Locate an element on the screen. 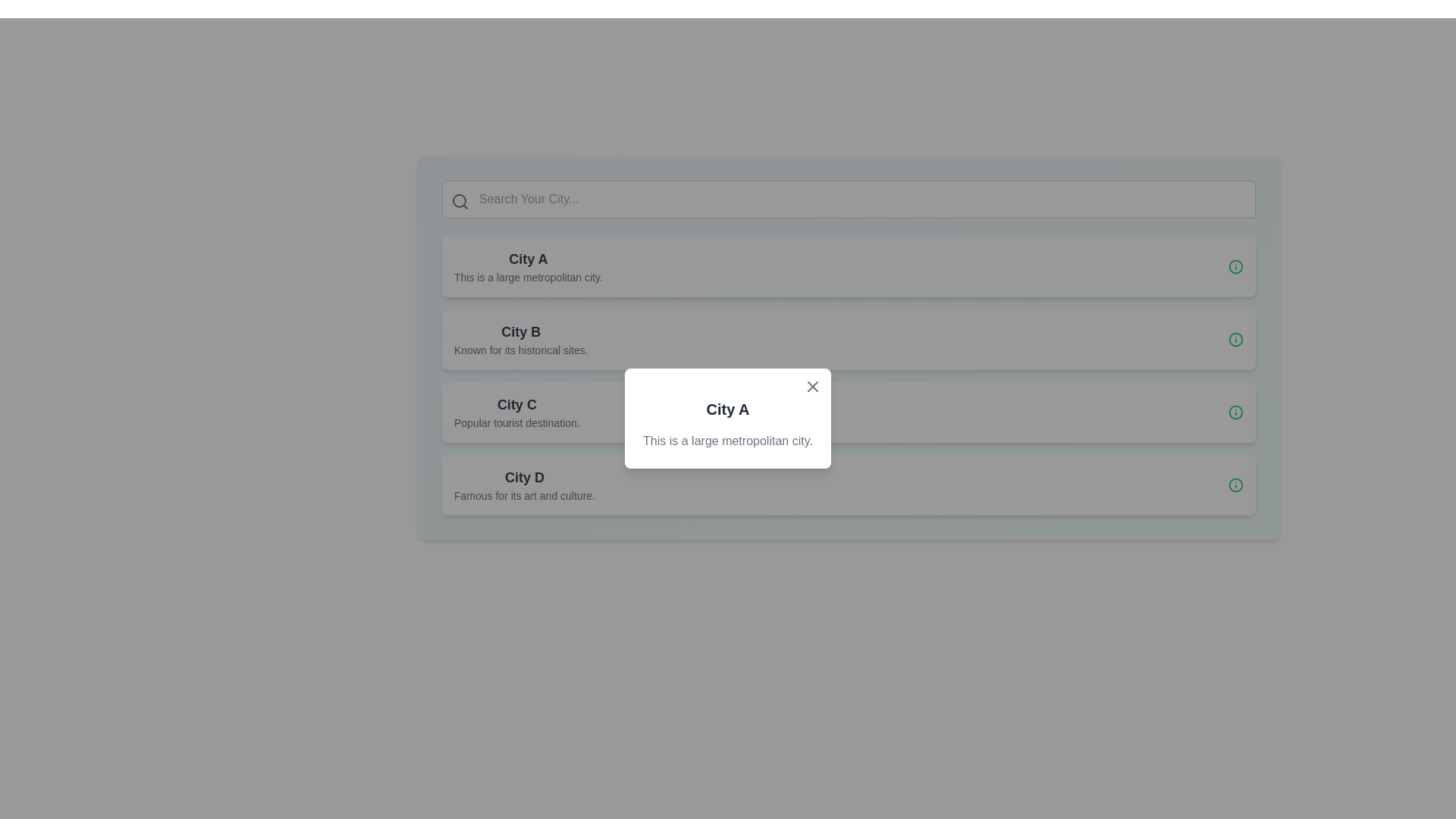 This screenshot has width=1456, height=819. the status or information indicator icon located in the fourth row of the list view on the right side, which is aligned with other similar green icons is located at coordinates (1236, 338).